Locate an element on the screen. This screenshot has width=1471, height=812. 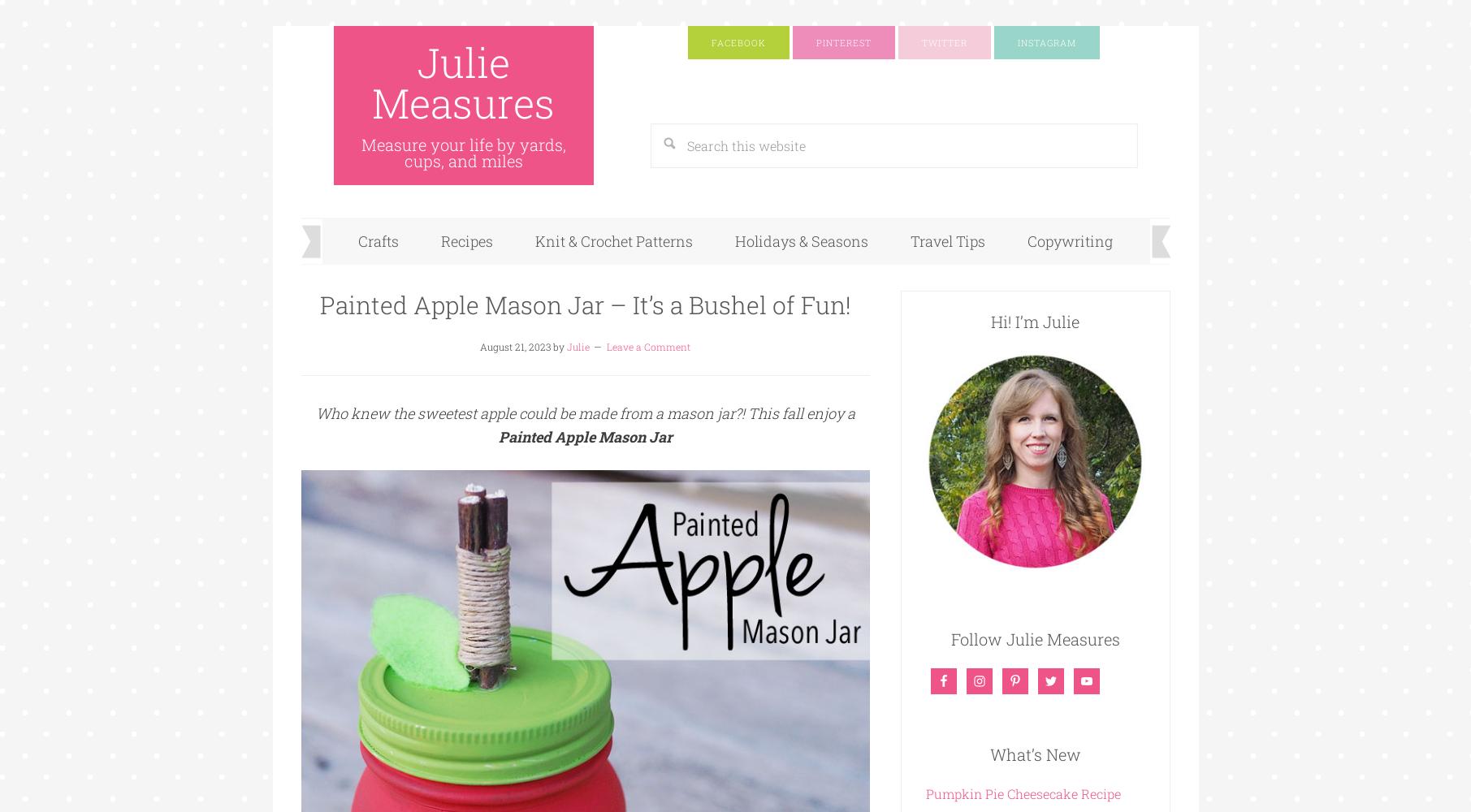
'Twitter' is located at coordinates (944, 42).